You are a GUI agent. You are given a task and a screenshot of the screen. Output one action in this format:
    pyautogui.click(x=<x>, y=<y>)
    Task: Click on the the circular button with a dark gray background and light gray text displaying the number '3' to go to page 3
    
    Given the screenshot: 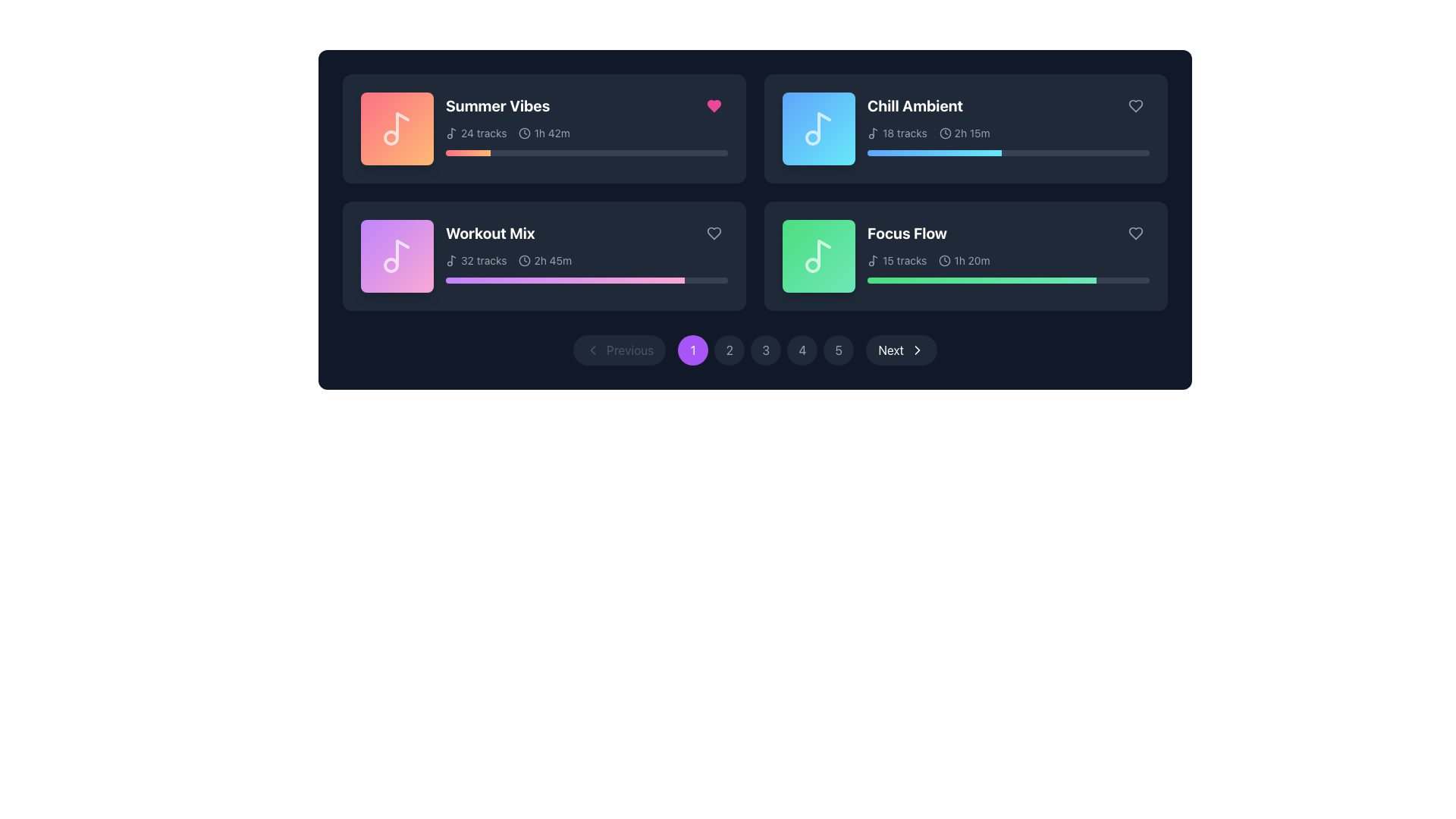 What is the action you would take?
    pyautogui.click(x=766, y=350)
    